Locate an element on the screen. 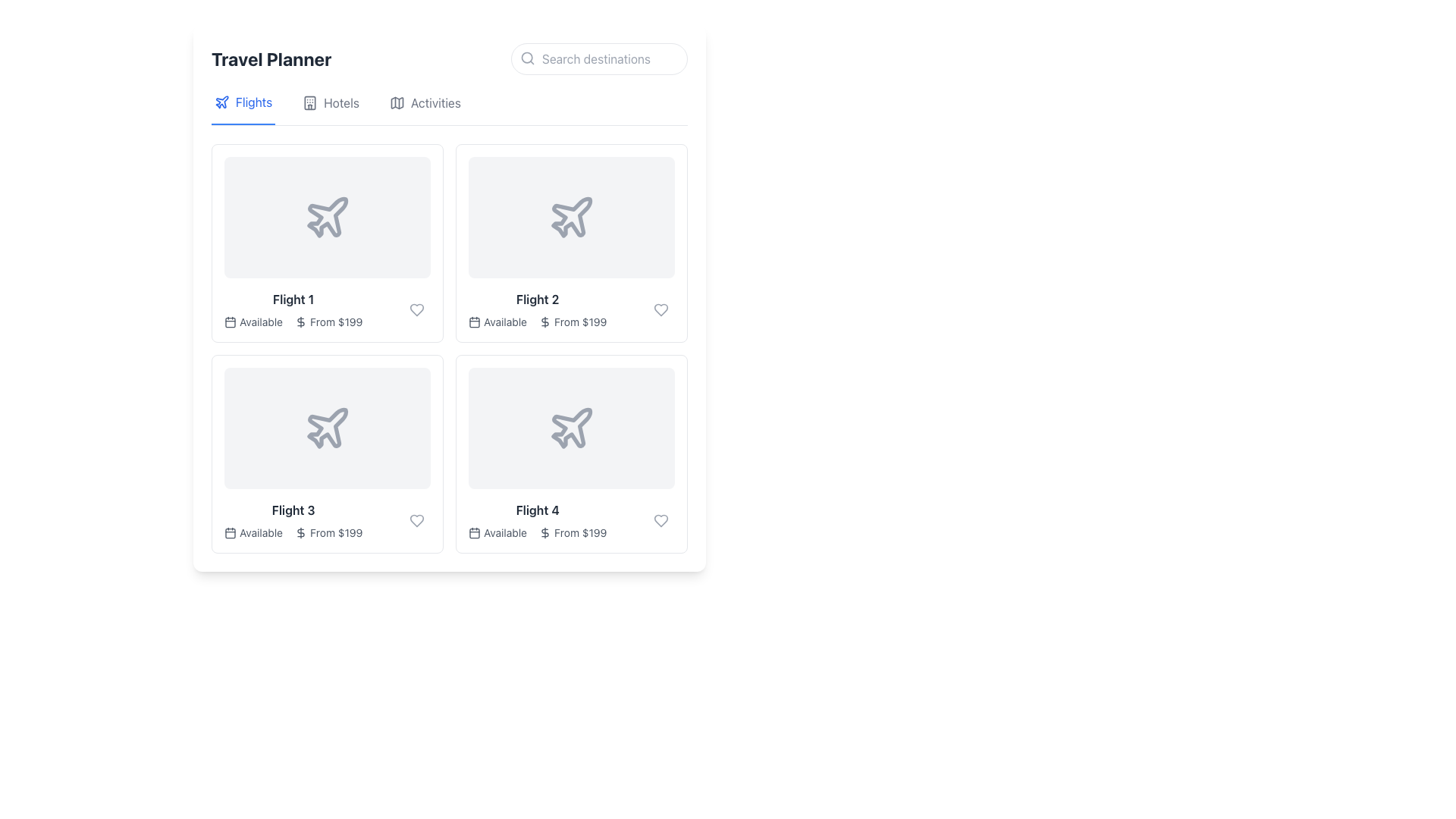 This screenshot has width=1456, height=819. the heart icon located at the bottom right corner of the 'Flight 4' card to favorite the associated flight is located at coordinates (661, 519).